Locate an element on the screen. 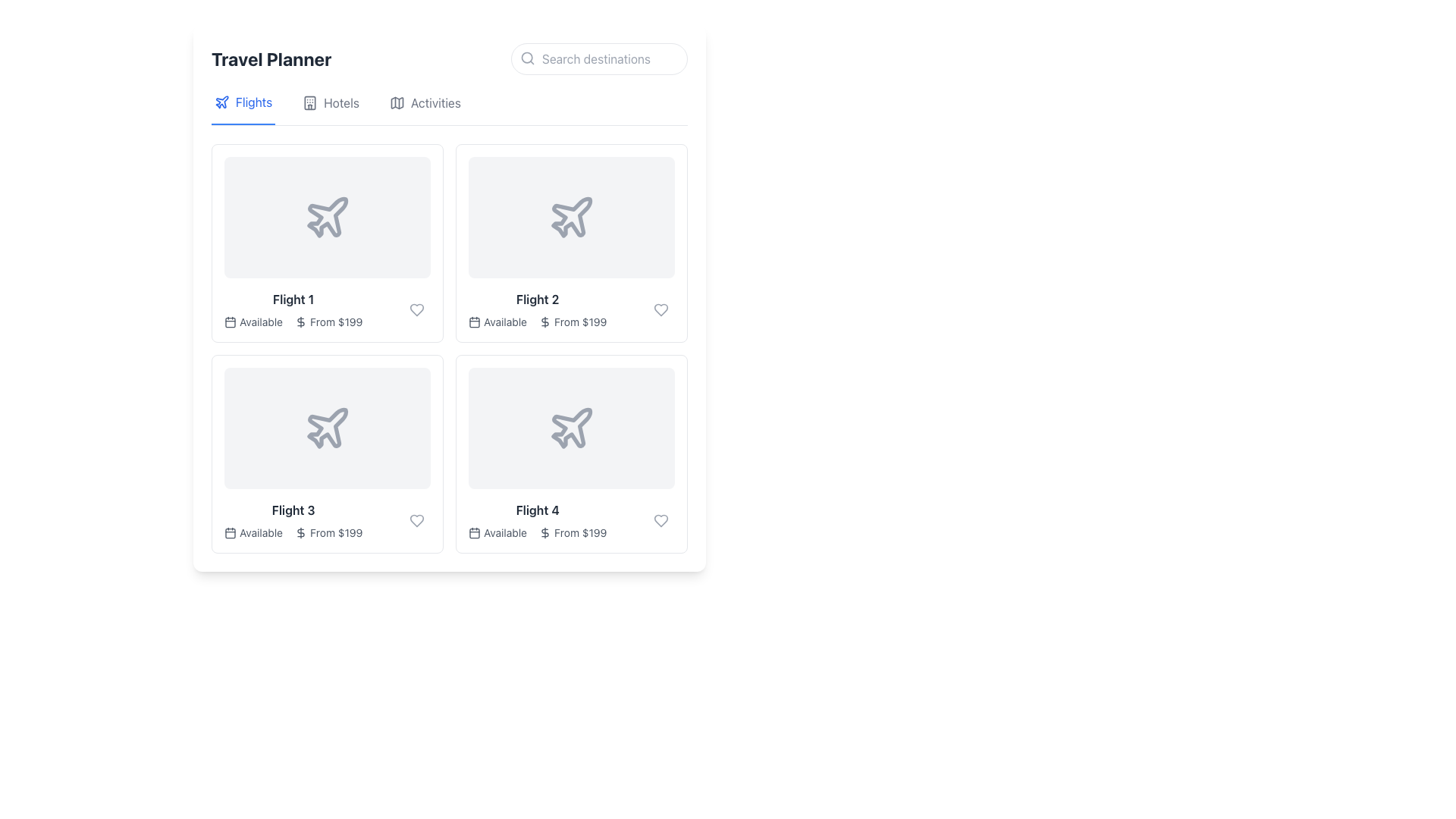 This screenshot has width=1456, height=819. the heart icon located at the bottom right corner of the 'Flight 4' card to favorite the associated flight is located at coordinates (661, 519).